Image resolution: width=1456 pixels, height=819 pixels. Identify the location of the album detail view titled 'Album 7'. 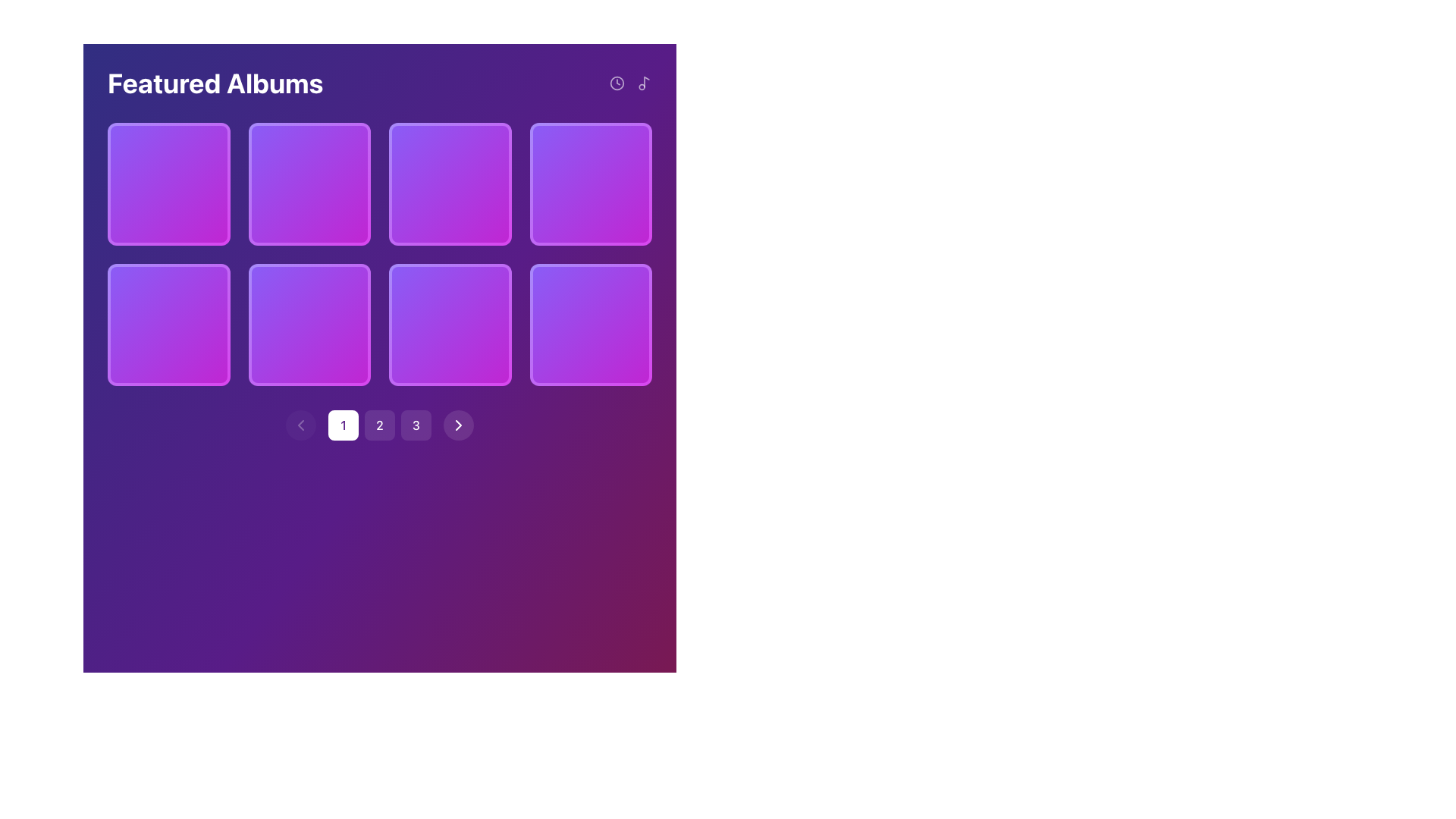
(449, 343).